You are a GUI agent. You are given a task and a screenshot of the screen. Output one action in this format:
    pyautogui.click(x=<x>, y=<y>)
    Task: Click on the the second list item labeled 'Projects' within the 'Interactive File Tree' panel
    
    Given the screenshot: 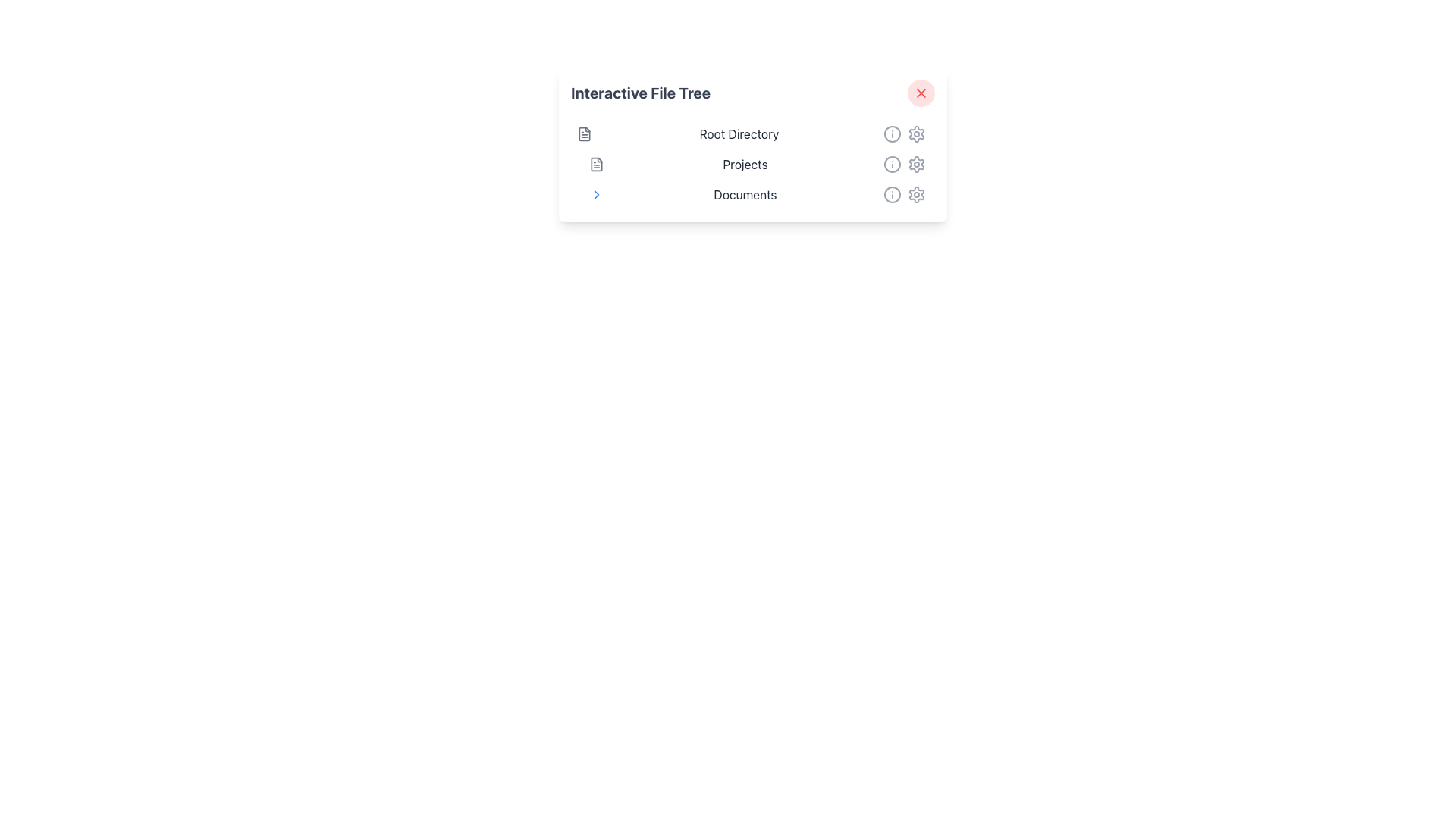 What is the action you would take?
    pyautogui.click(x=753, y=164)
    